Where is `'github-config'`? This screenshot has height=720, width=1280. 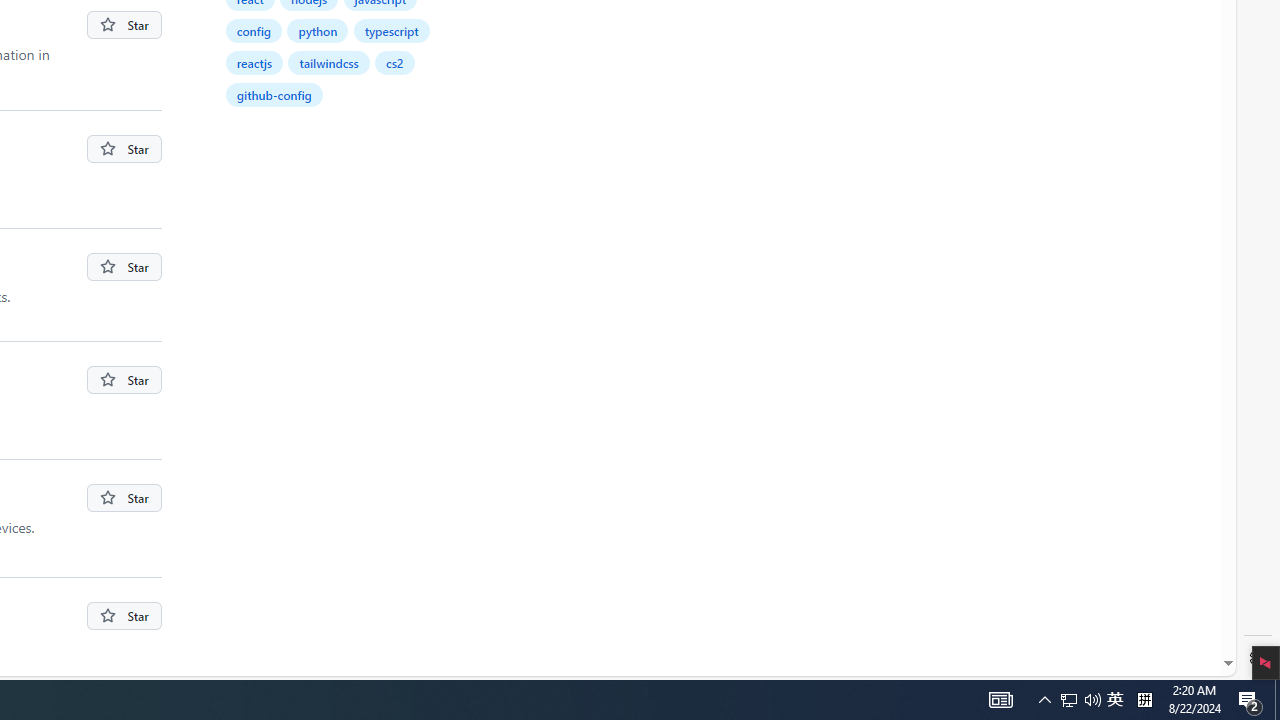
'github-config' is located at coordinates (272, 95).